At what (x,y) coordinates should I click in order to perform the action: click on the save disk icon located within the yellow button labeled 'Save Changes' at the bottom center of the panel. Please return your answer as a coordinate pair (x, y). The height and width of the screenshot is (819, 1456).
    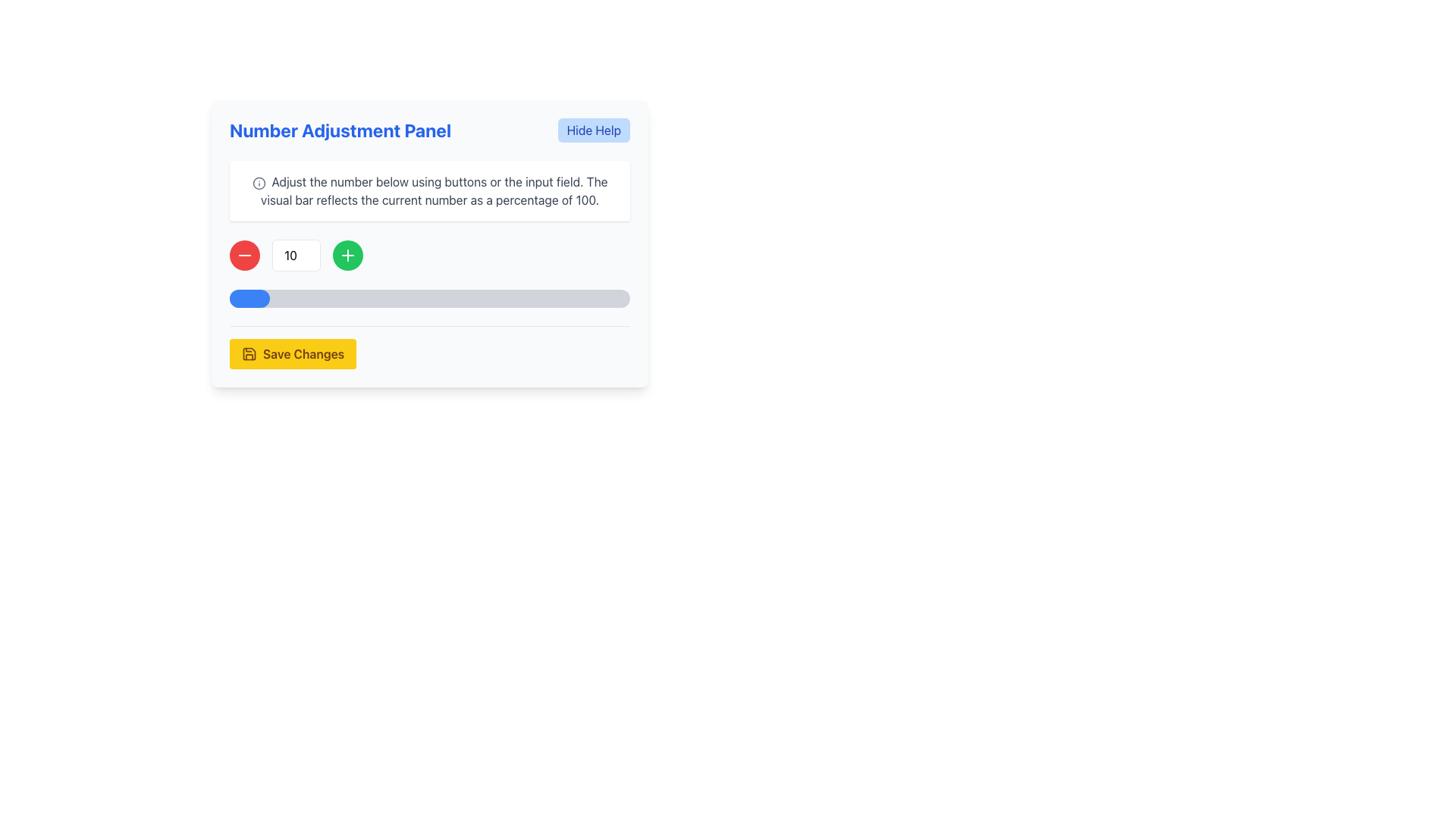
    Looking at the image, I should click on (249, 353).